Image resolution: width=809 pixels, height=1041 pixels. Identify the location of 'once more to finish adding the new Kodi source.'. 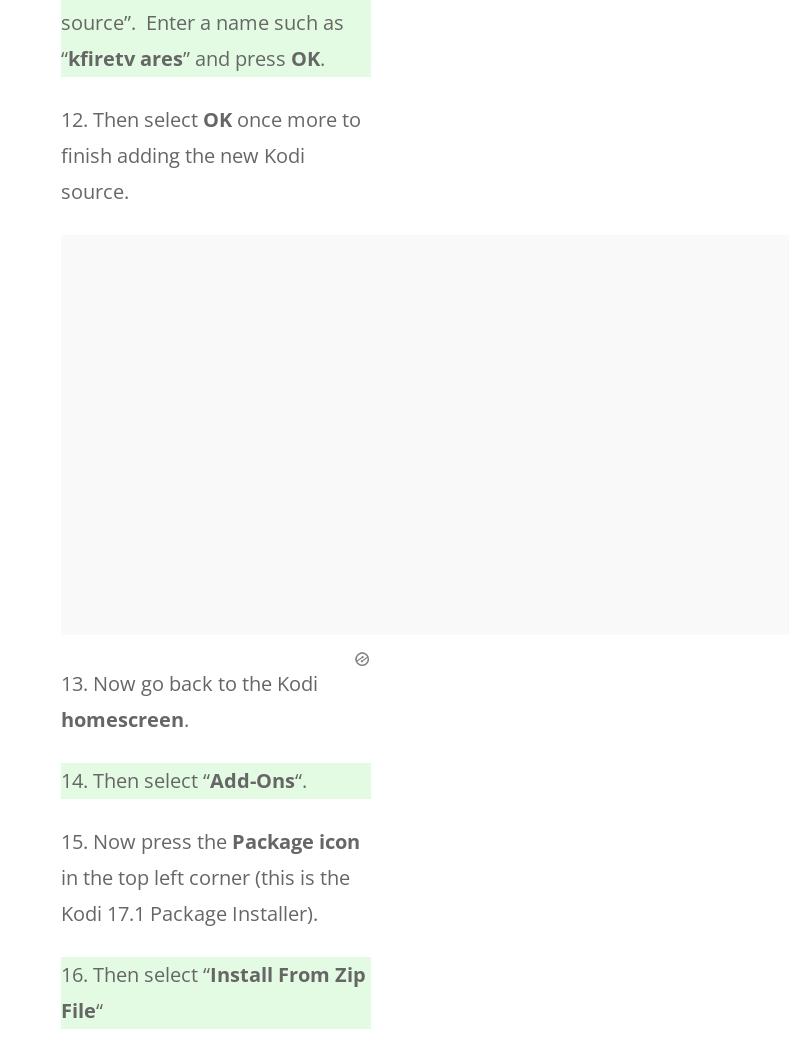
(60, 155).